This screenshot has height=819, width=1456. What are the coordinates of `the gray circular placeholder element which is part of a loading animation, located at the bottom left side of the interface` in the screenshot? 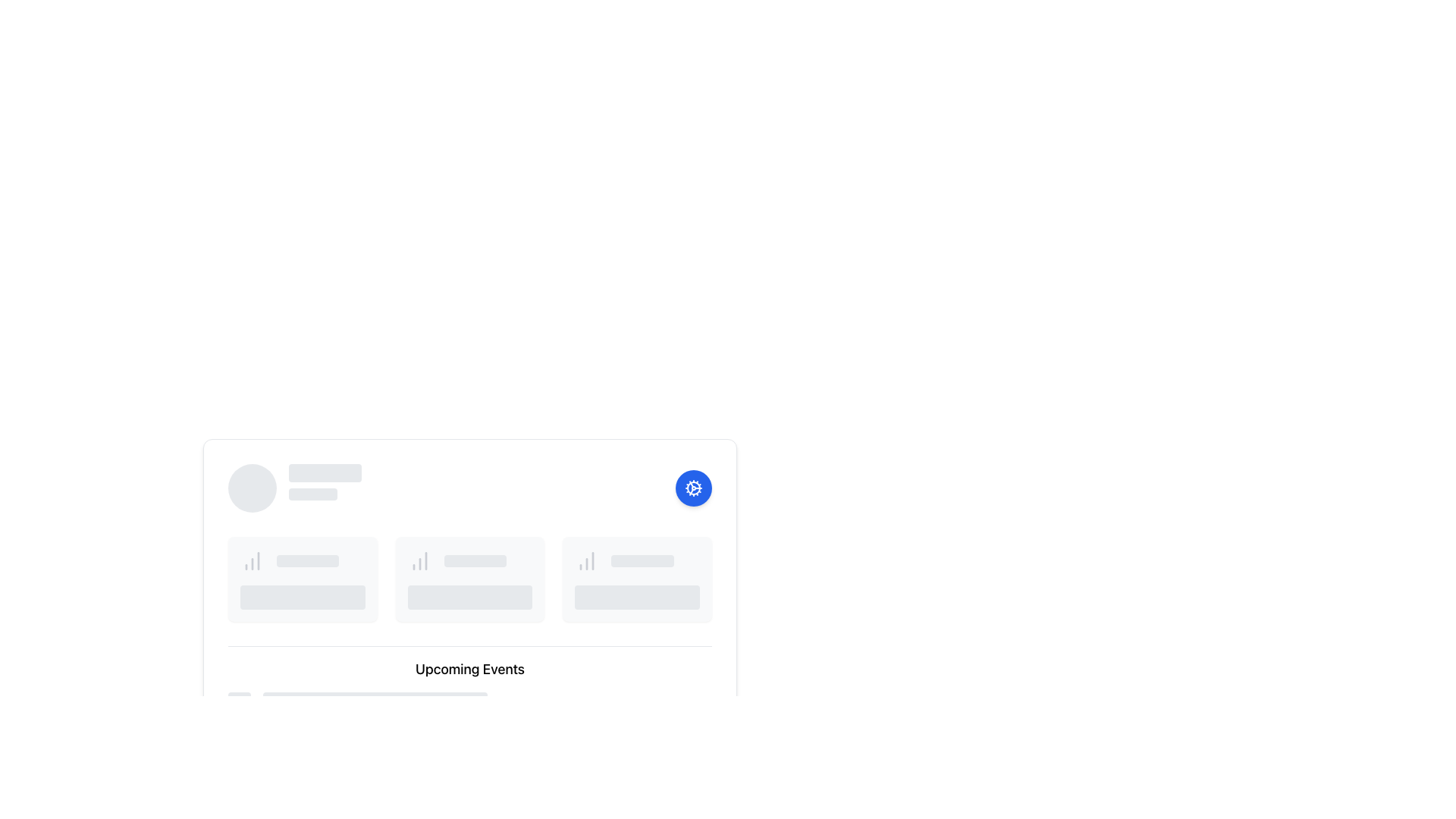 It's located at (238, 704).